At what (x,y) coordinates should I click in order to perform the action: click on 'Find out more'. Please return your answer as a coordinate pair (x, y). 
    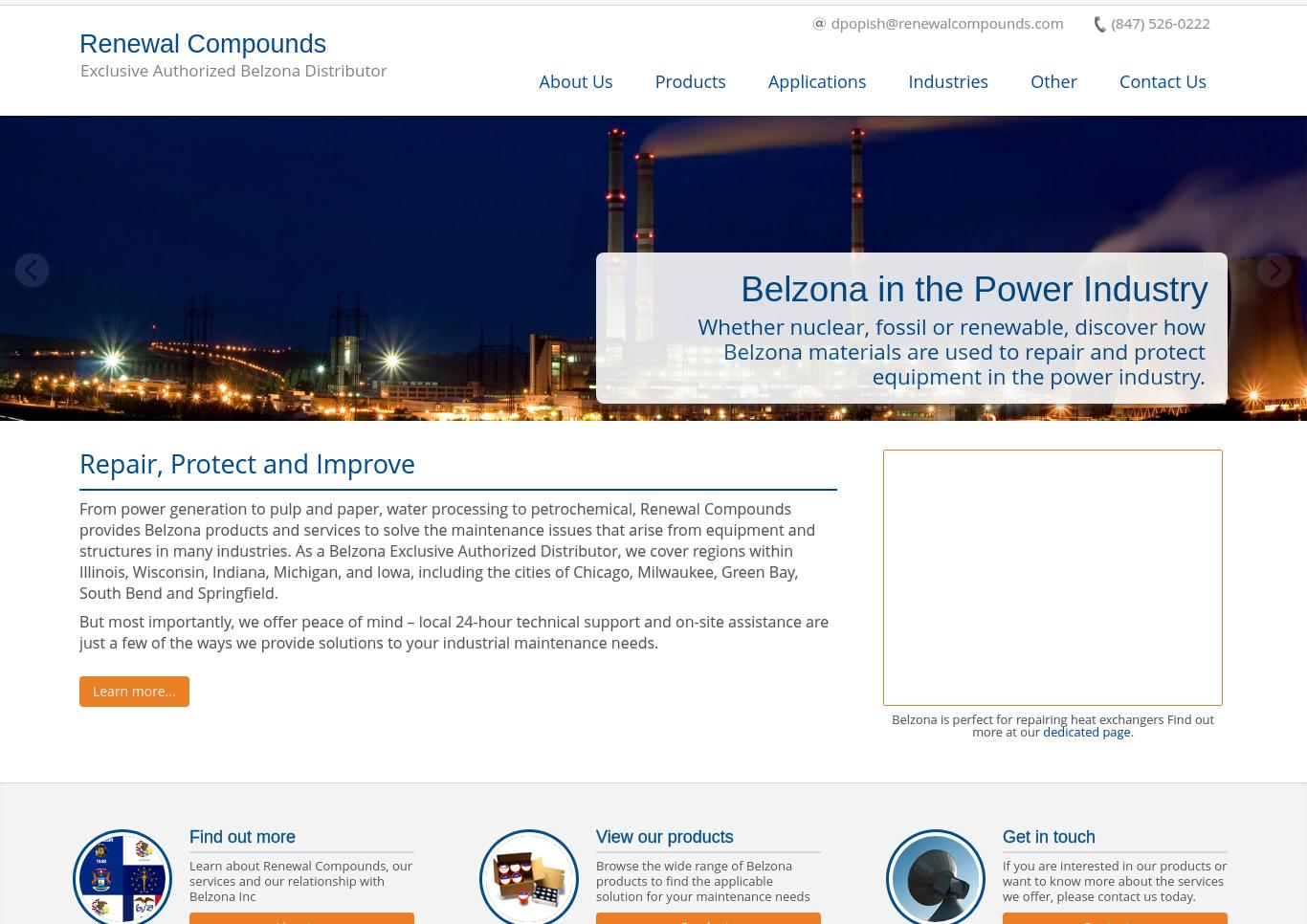
    Looking at the image, I should click on (188, 836).